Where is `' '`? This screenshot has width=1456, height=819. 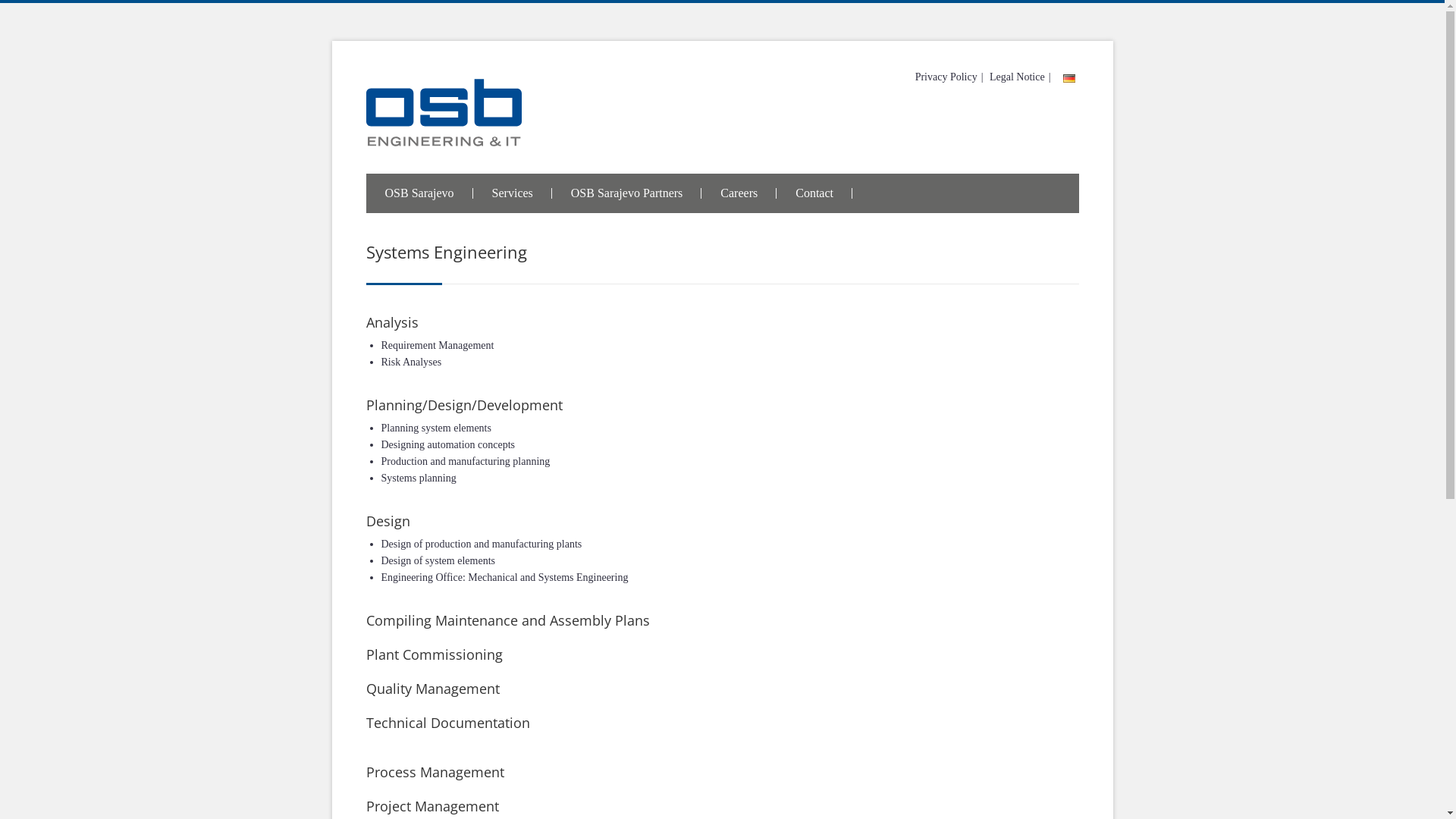 ' ' is located at coordinates (1065, 77).